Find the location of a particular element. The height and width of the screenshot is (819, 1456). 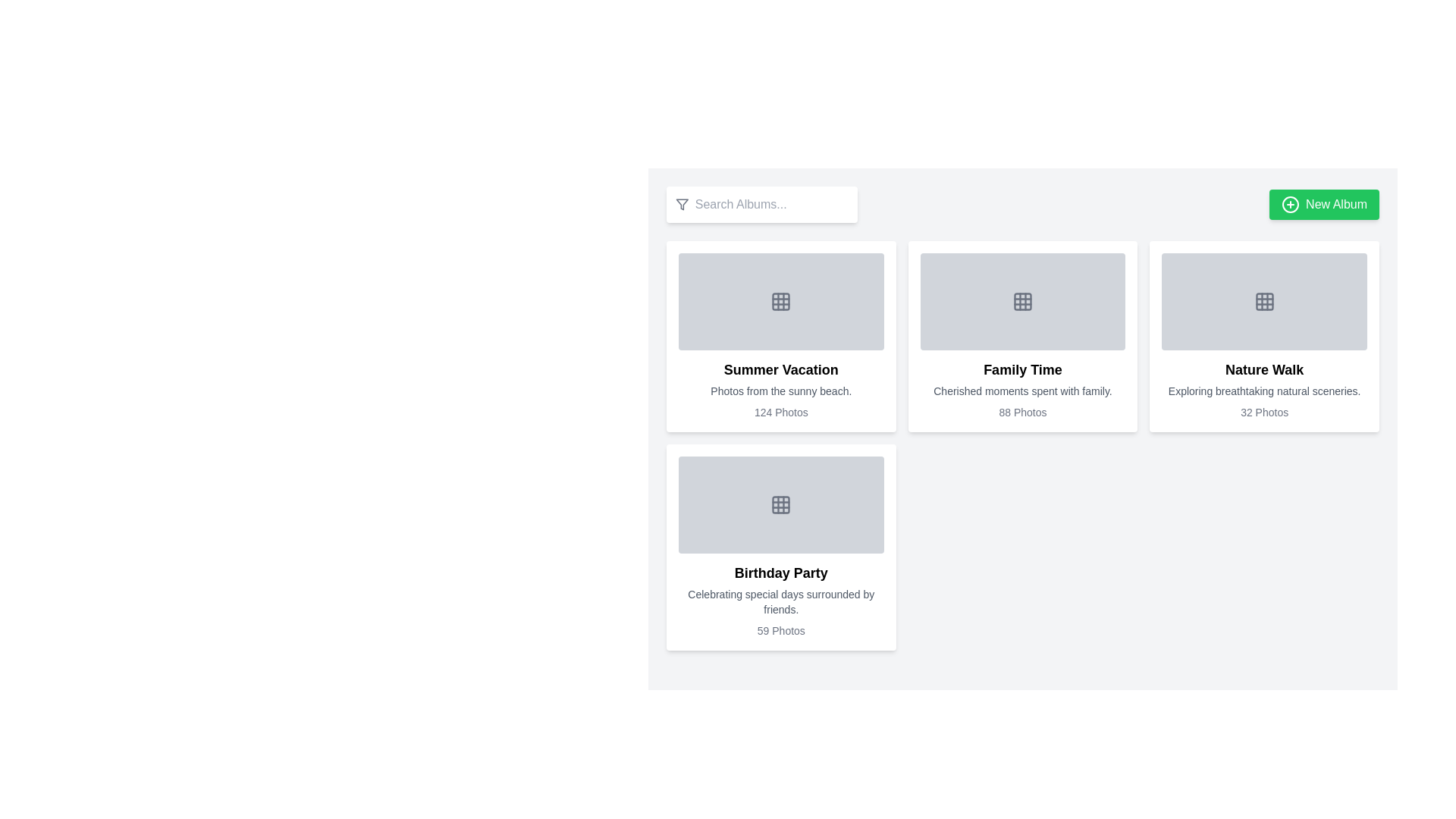

the 'Summer Vacation' card, which is the first item in the grid layout is located at coordinates (781, 335).